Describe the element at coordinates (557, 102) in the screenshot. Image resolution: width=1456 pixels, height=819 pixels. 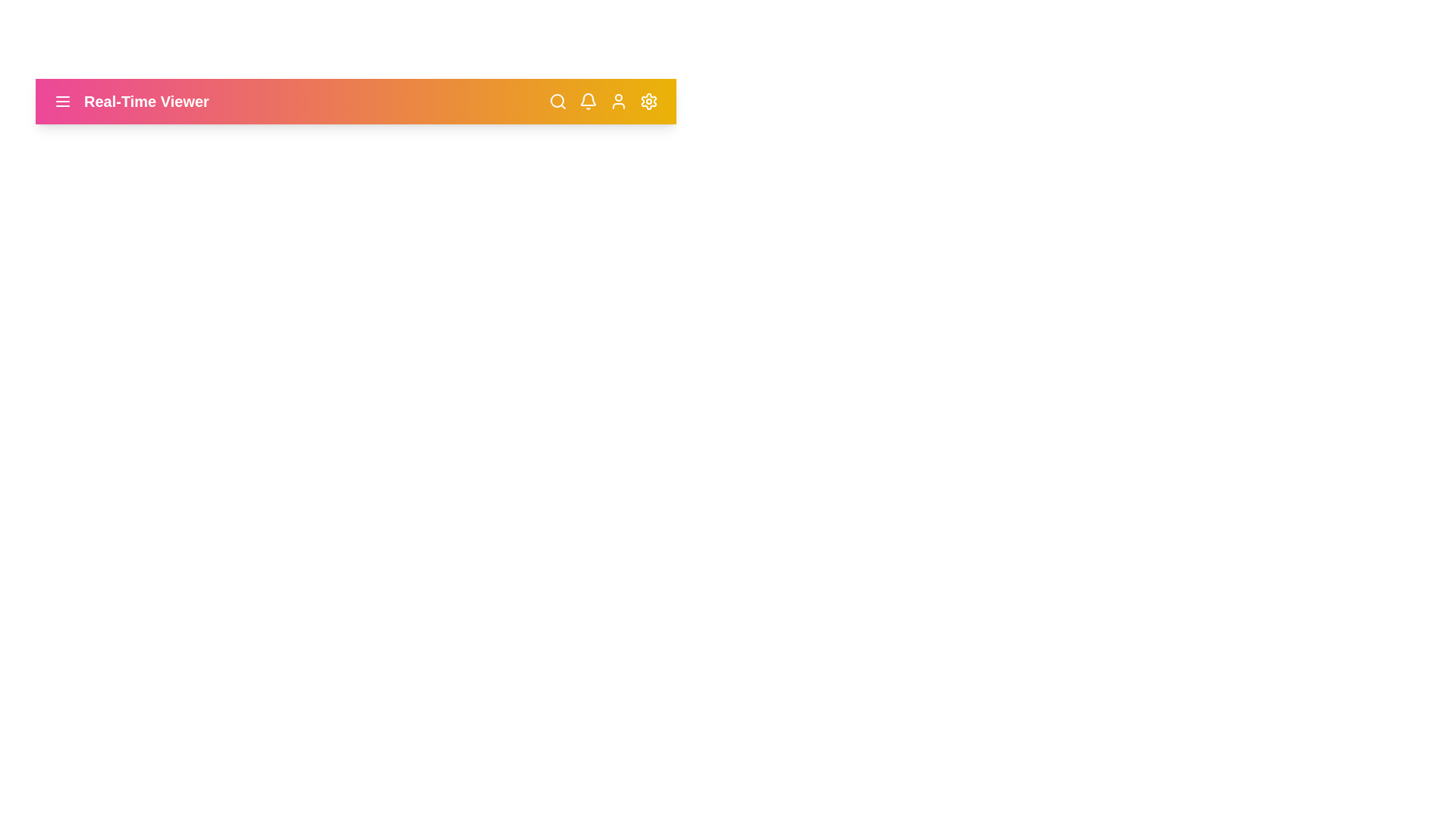
I see `the search icon to open the search functionality` at that location.